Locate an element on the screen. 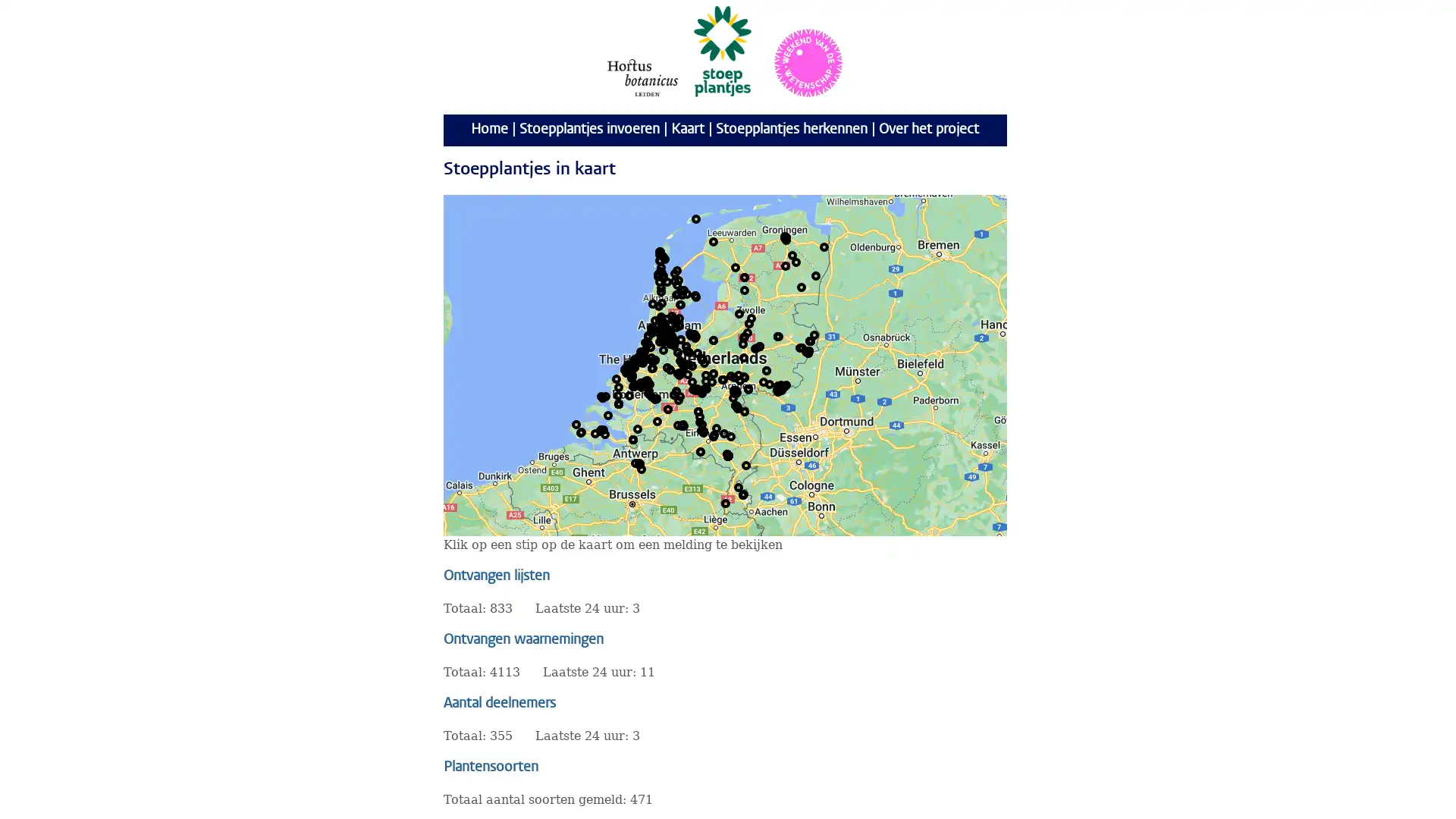 The height and width of the screenshot is (819, 1456). Telling van Ton Frenken op 18 april 2022 is located at coordinates (728, 454).